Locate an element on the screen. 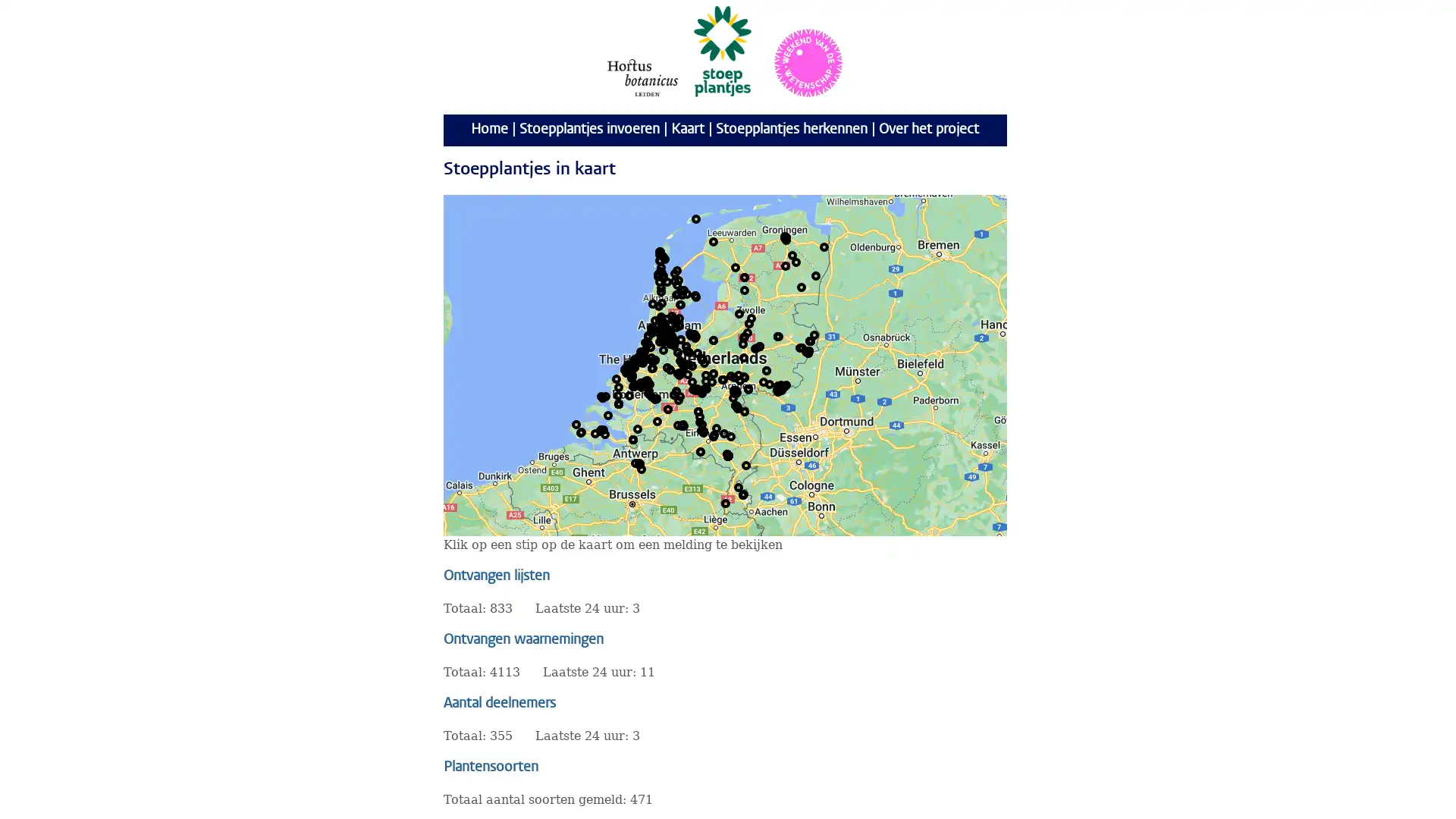 The height and width of the screenshot is (819, 1456). Telling van Ton Frenken op 18 april 2022 is located at coordinates (728, 454).